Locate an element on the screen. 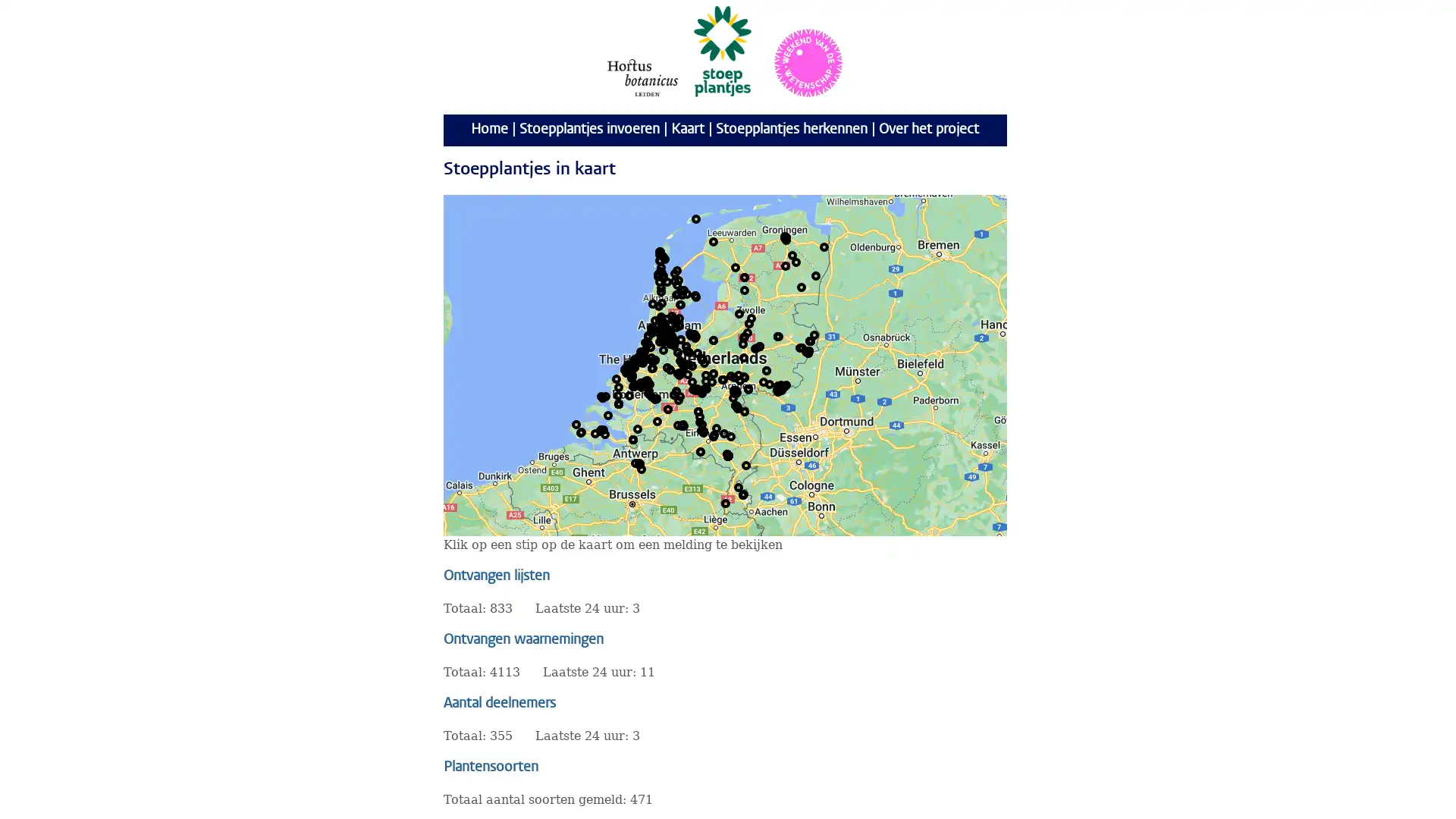 The height and width of the screenshot is (819, 1456). Telling van Ton Frenken op 18 april 2022 is located at coordinates (728, 454).